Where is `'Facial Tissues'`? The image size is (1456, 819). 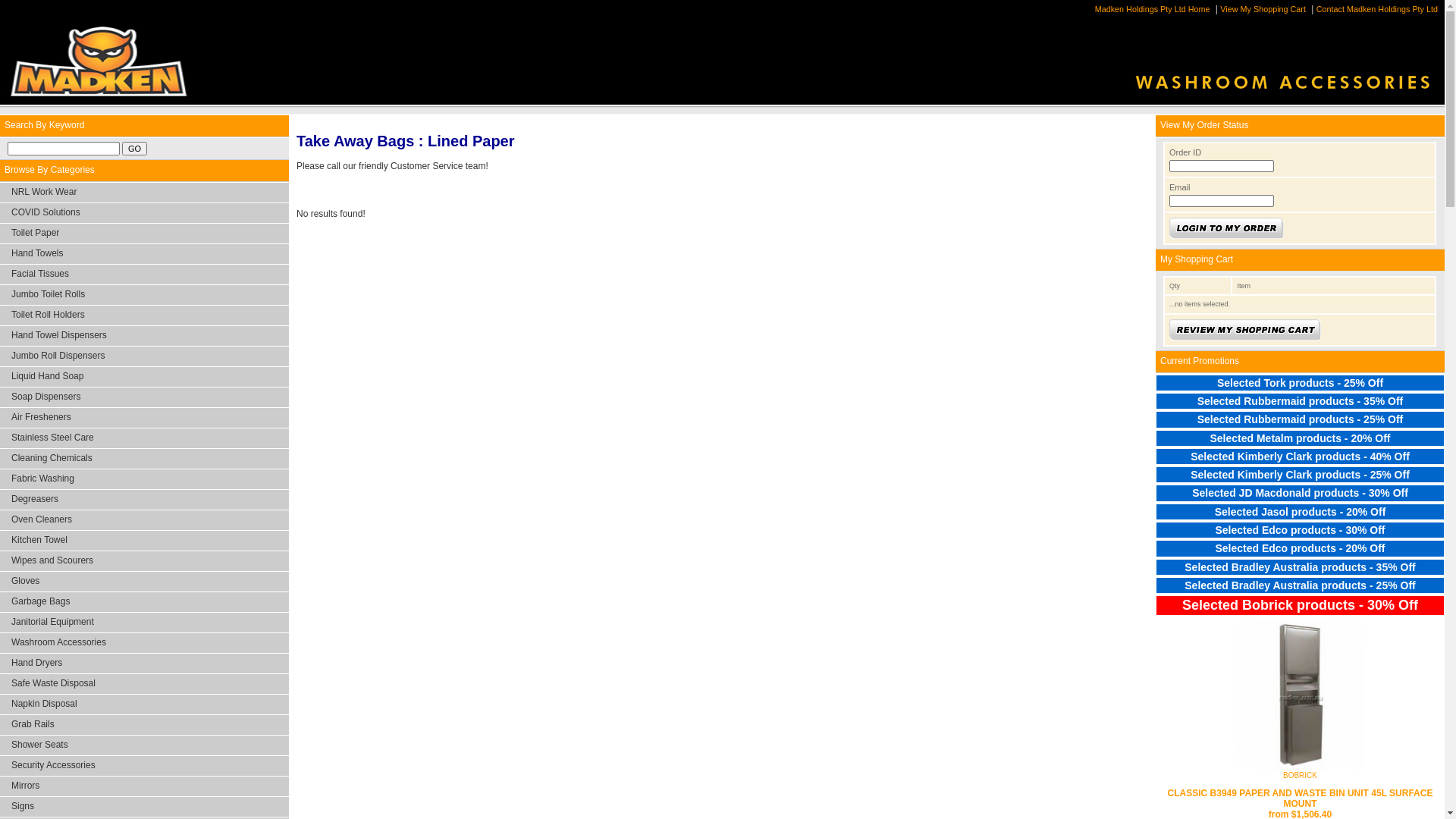 'Facial Tissues' is located at coordinates (144, 275).